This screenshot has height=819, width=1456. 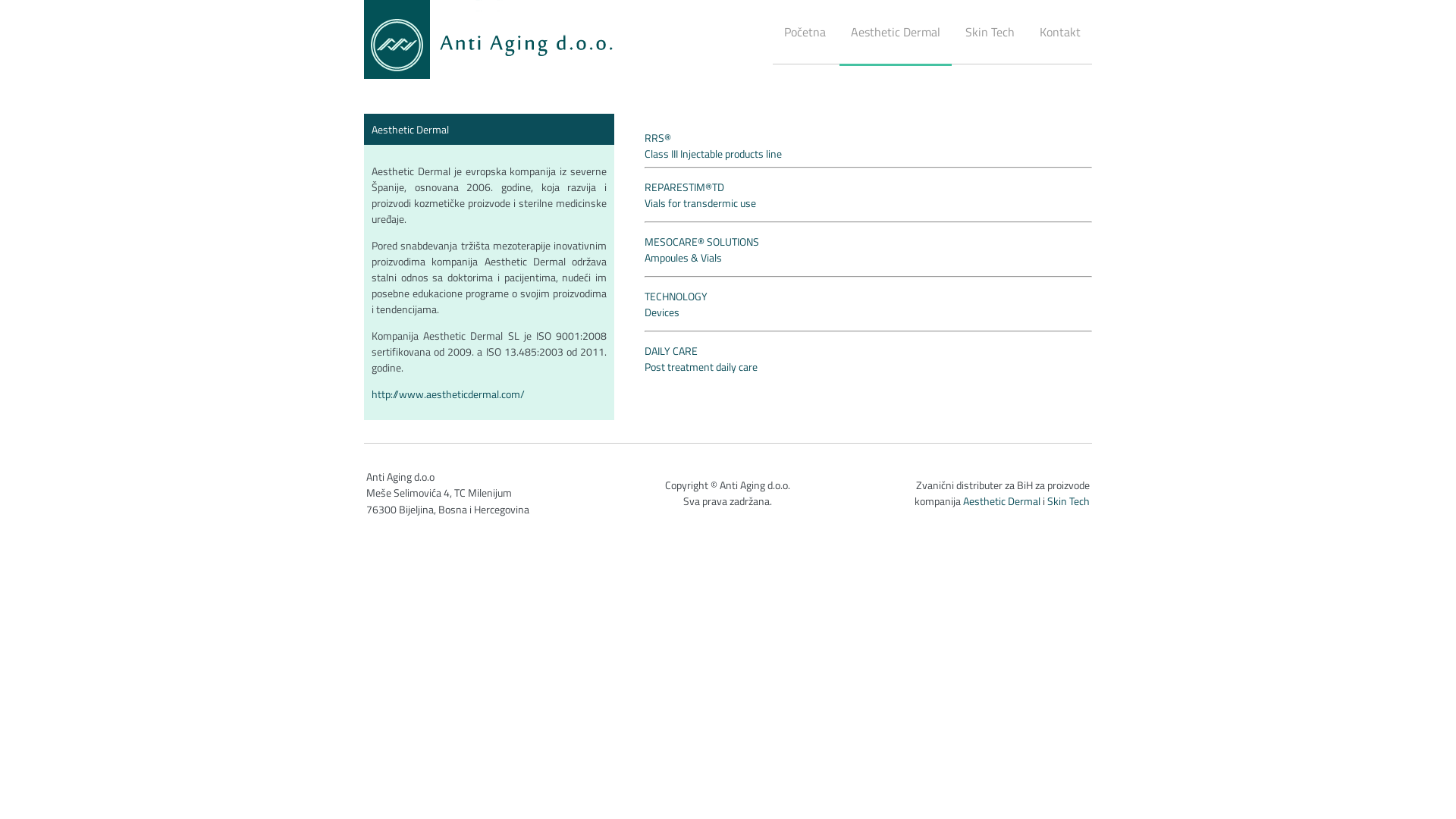 What do you see at coordinates (447, 393) in the screenshot?
I see `'http://www.aestheticdermal.com/'` at bounding box center [447, 393].